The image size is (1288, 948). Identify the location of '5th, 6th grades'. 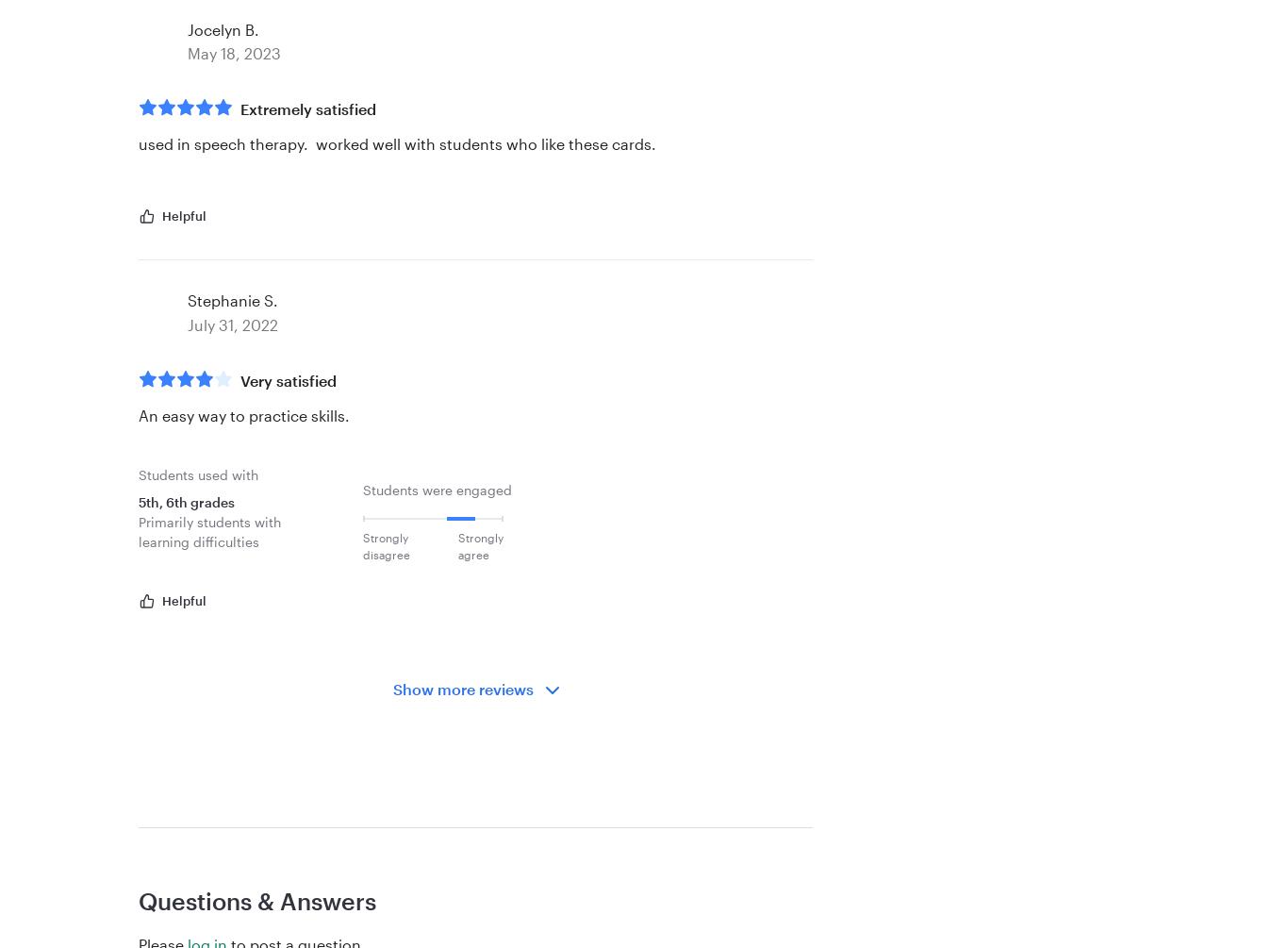
(185, 501).